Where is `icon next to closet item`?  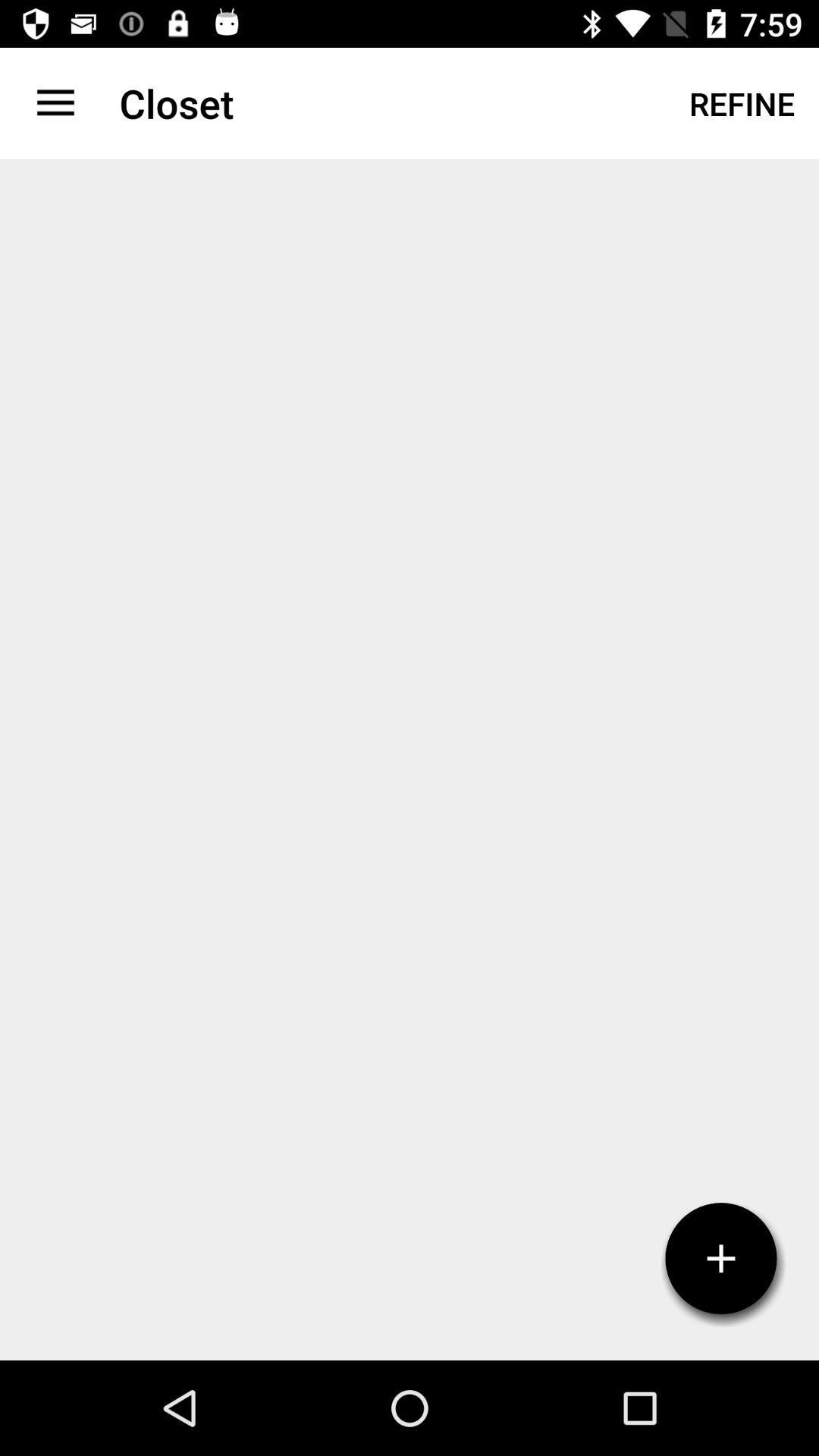 icon next to closet item is located at coordinates (55, 102).